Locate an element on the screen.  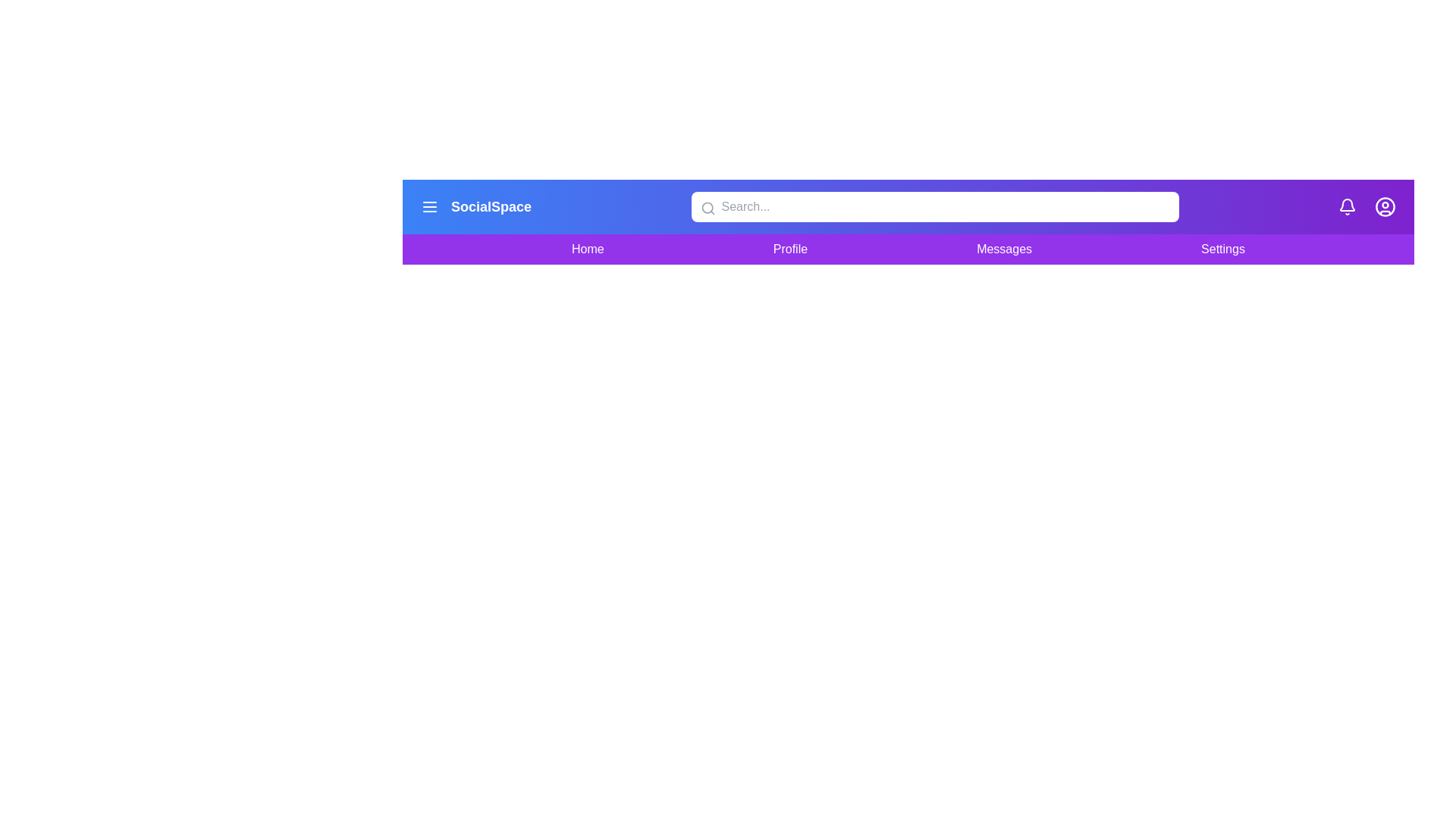
the bell icon to access notifications is located at coordinates (1347, 207).